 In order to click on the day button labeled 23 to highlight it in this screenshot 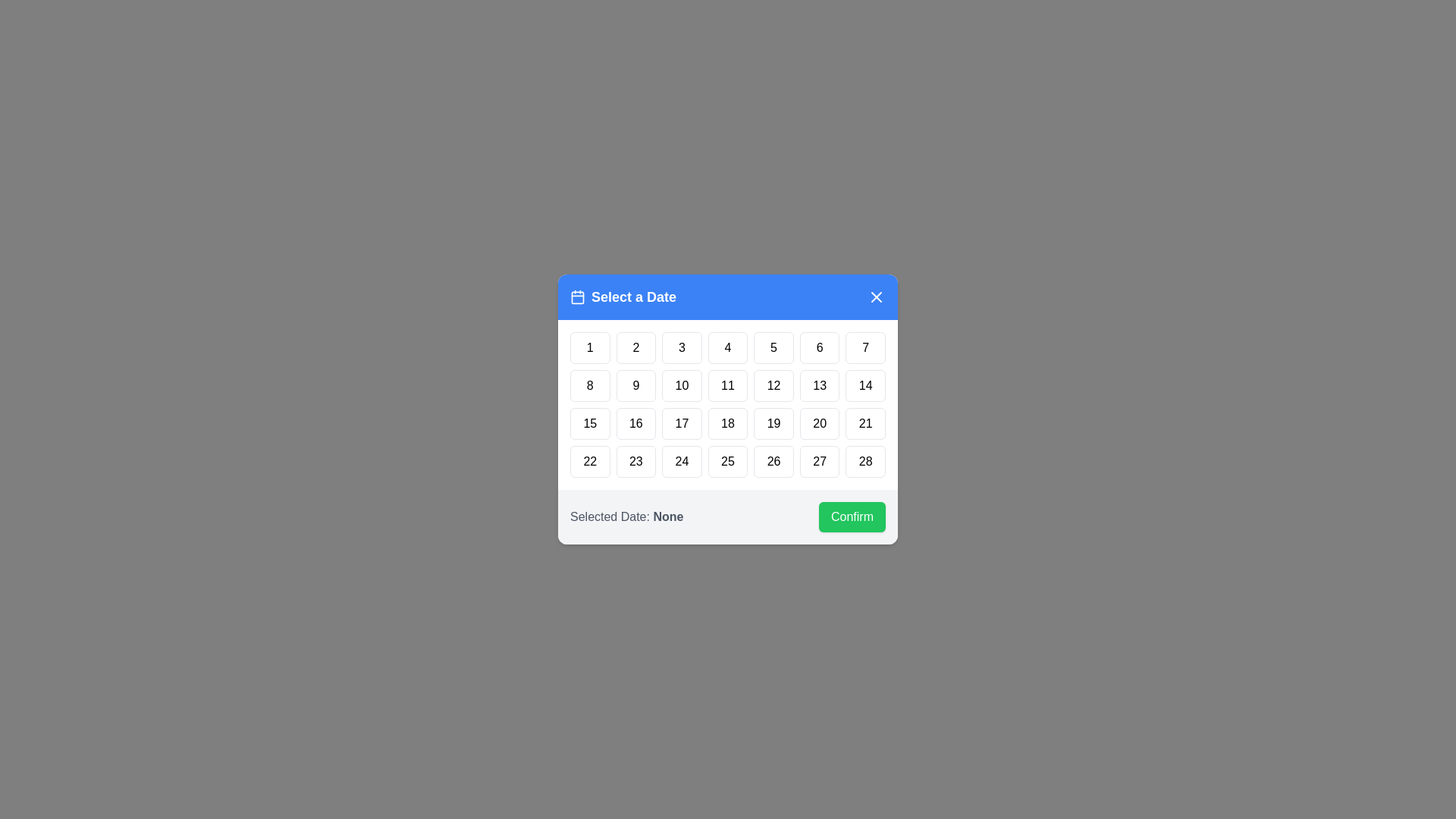, I will do `click(636, 461)`.